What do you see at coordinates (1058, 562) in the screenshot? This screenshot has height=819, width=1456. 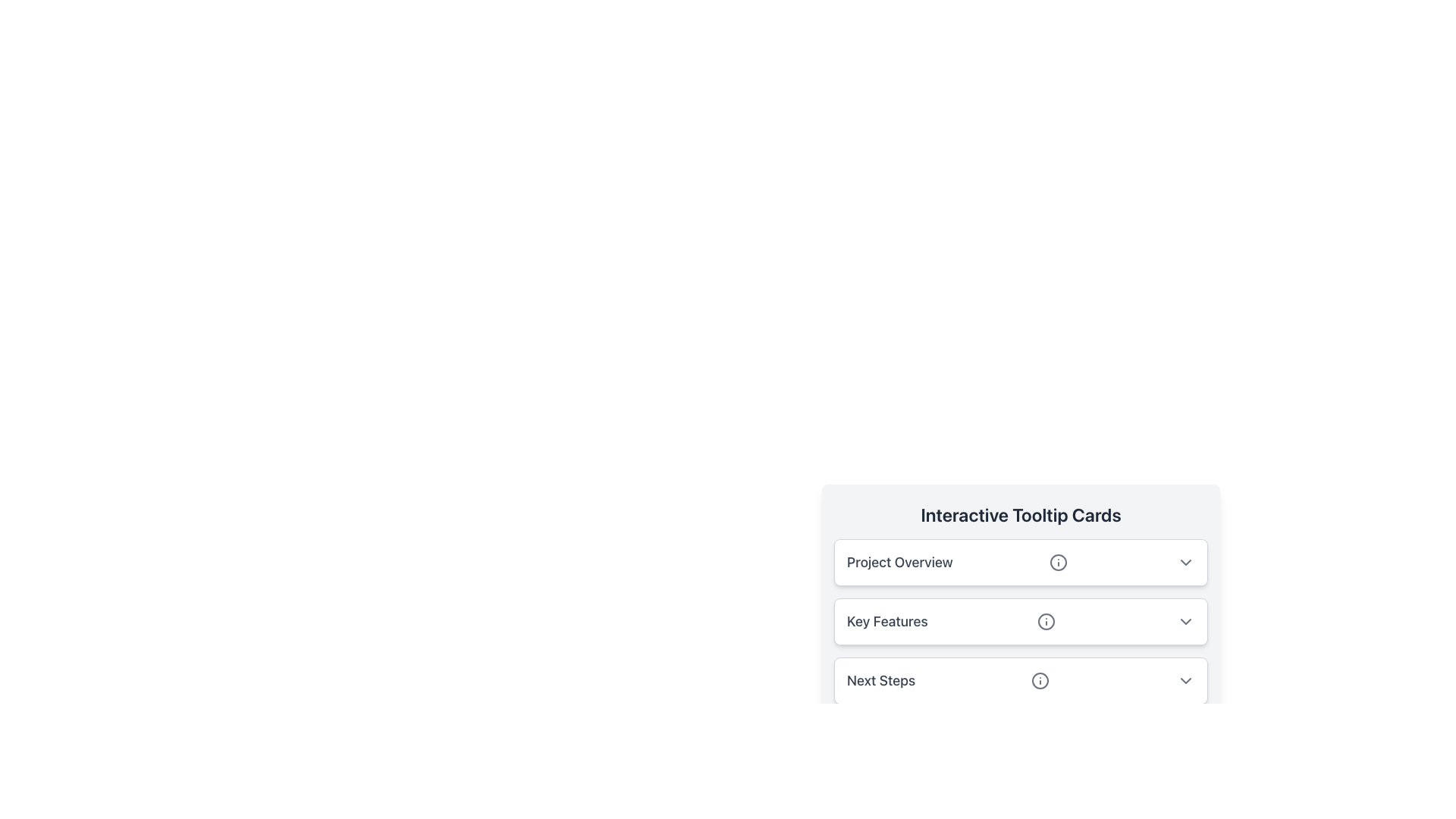 I see `the interactive information icon located to the right of the 'Project Overview' text in the header bar` at bounding box center [1058, 562].